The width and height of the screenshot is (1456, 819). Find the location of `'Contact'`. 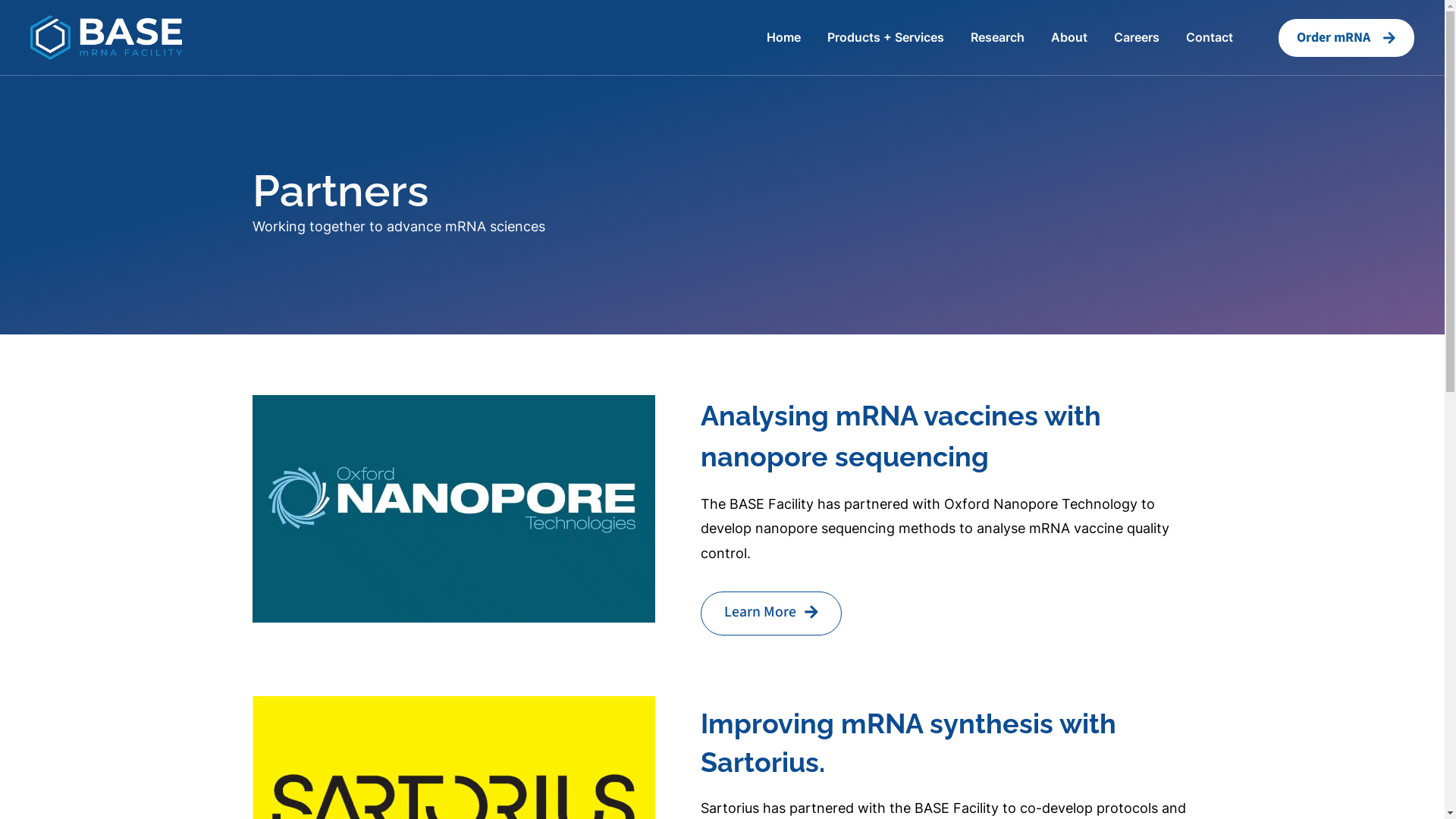

'Contact' is located at coordinates (1208, 36).